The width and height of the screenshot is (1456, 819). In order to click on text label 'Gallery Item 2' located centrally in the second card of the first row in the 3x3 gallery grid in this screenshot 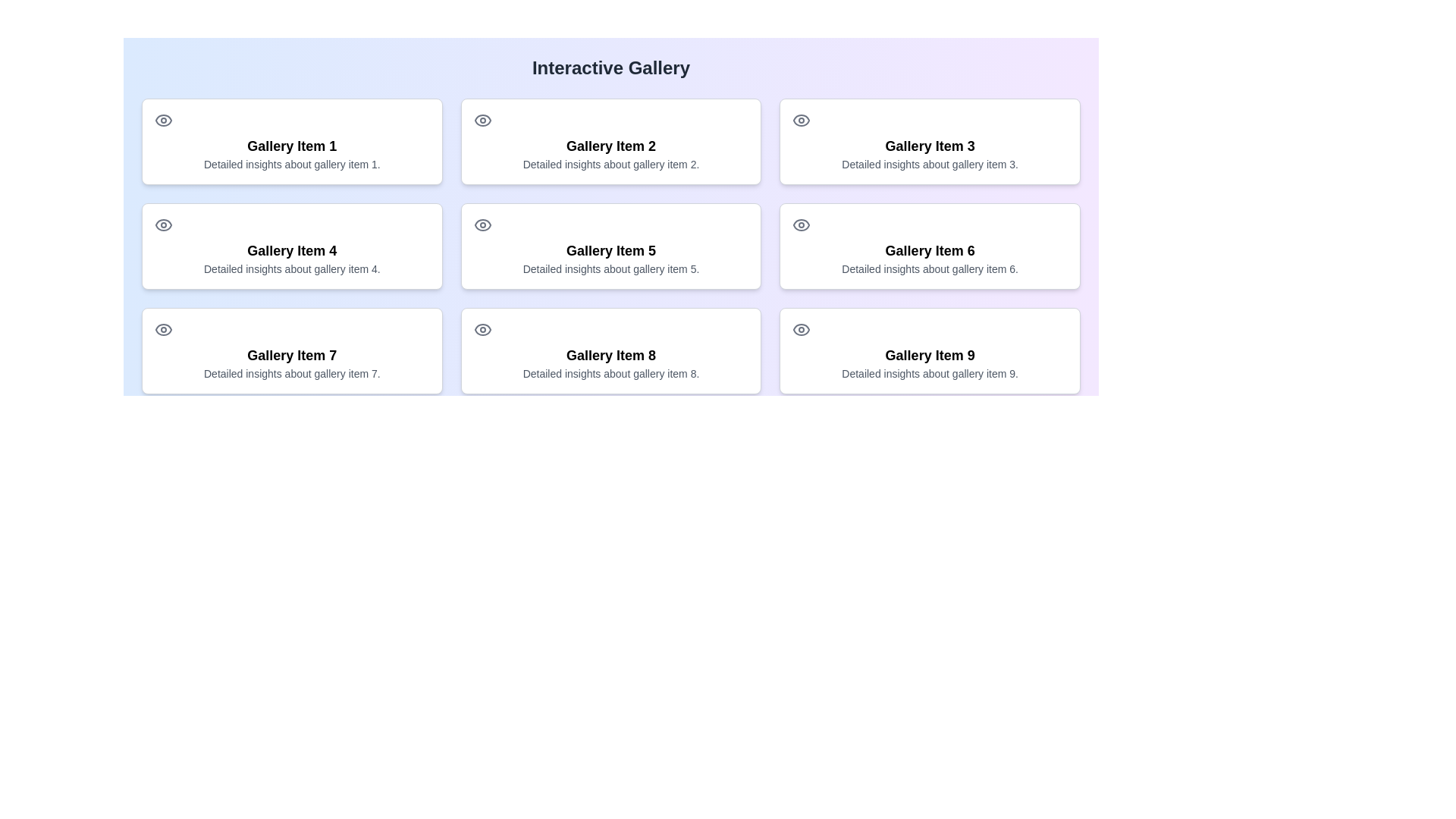, I will do `click(611, 146)`.